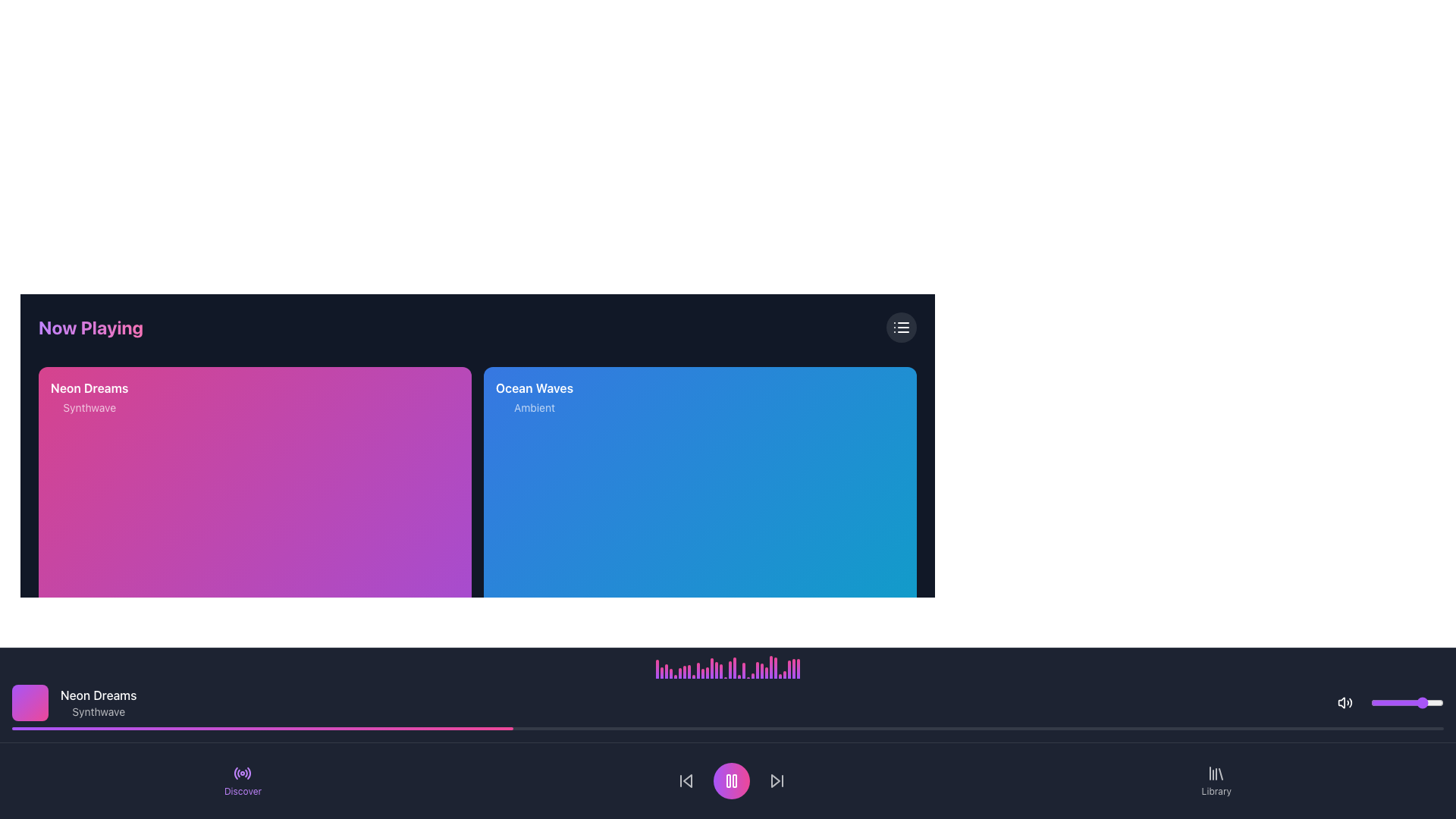 The height and width of the screenshot is (819, 1456). Describe the element at coordinates (757, 674) in the screenshot. I see `the 24th vertical gradient Visualization bar, which transitions from purple to pink and has a rounded top, located above the media control section` at that location.